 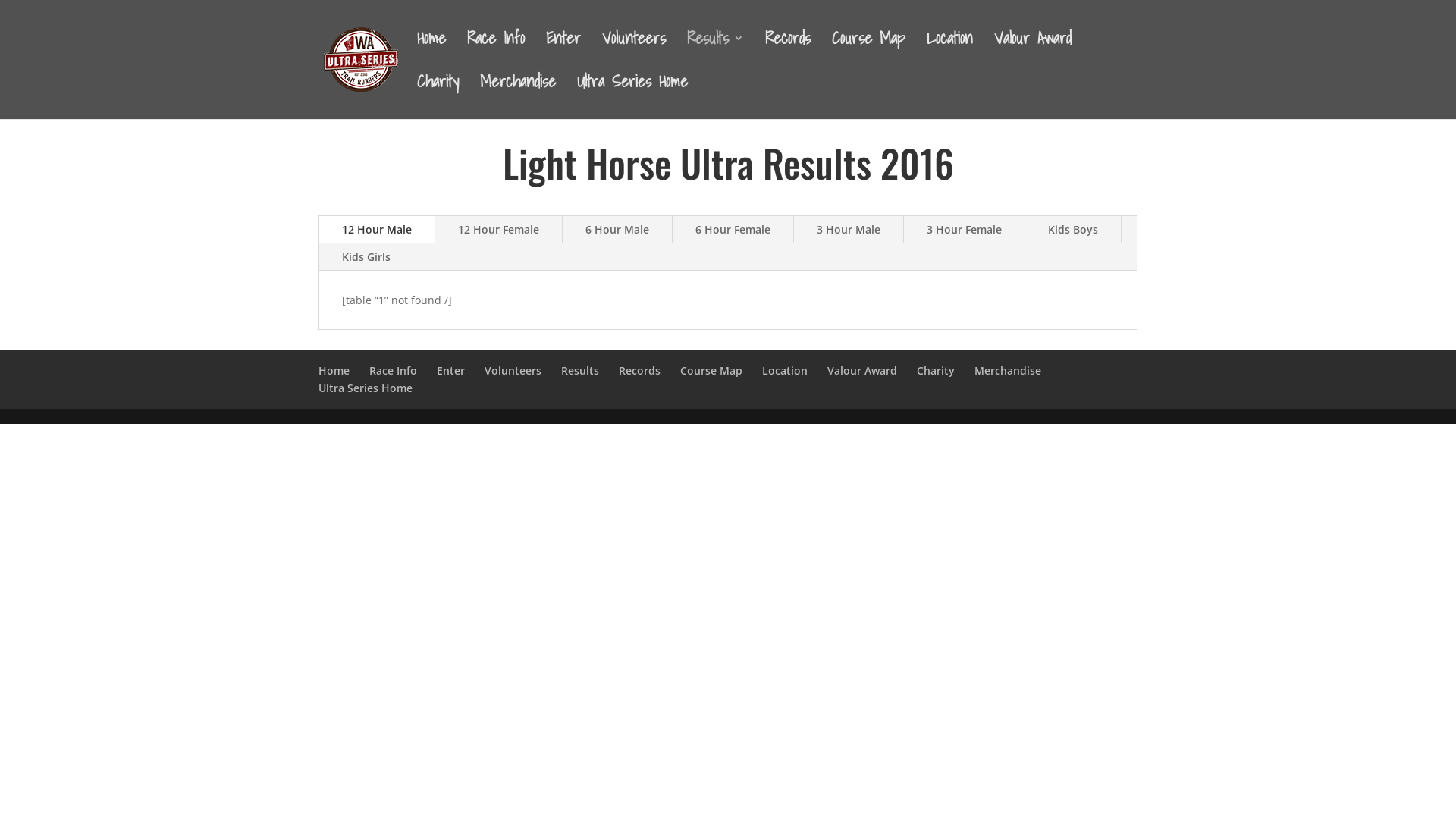 What do you see at coordinates (963, 230) in the screenshot?
I see `'3 Hour Female'` at bounding box center [963, 230].